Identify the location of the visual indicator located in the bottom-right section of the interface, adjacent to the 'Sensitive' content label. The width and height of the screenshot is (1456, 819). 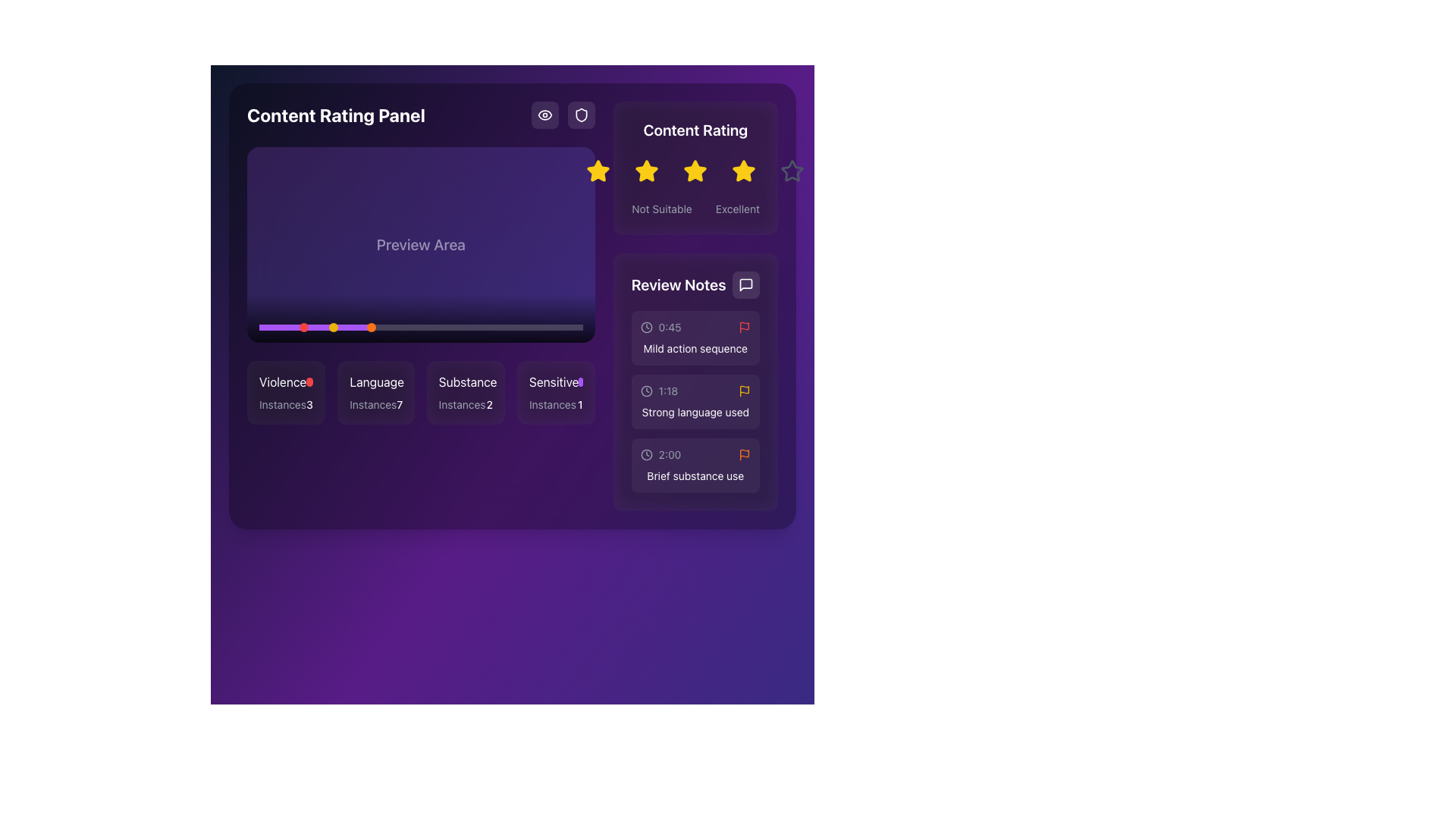
(580, 381).